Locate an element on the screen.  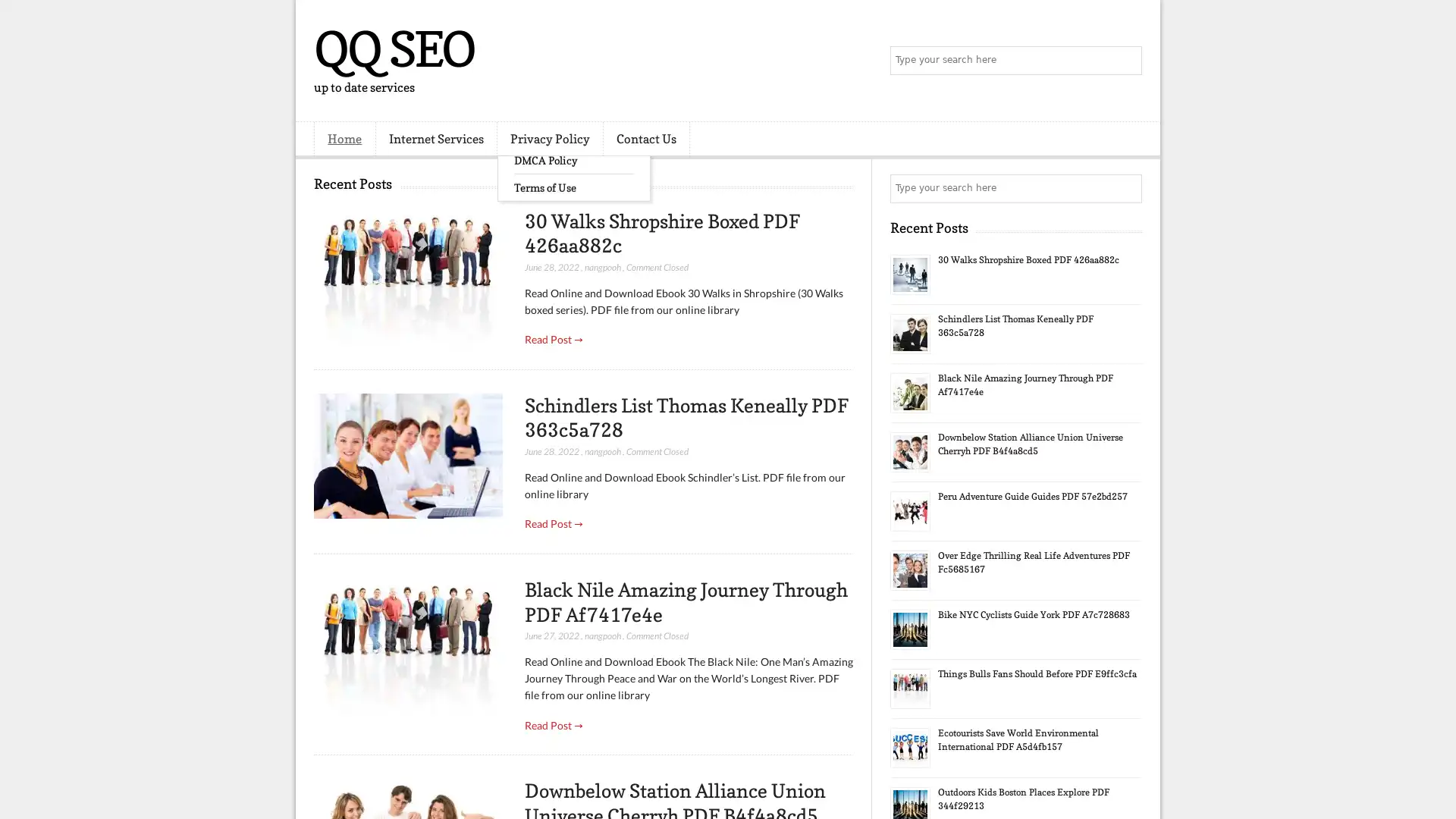
Search is located at coordinates (1126, 61).